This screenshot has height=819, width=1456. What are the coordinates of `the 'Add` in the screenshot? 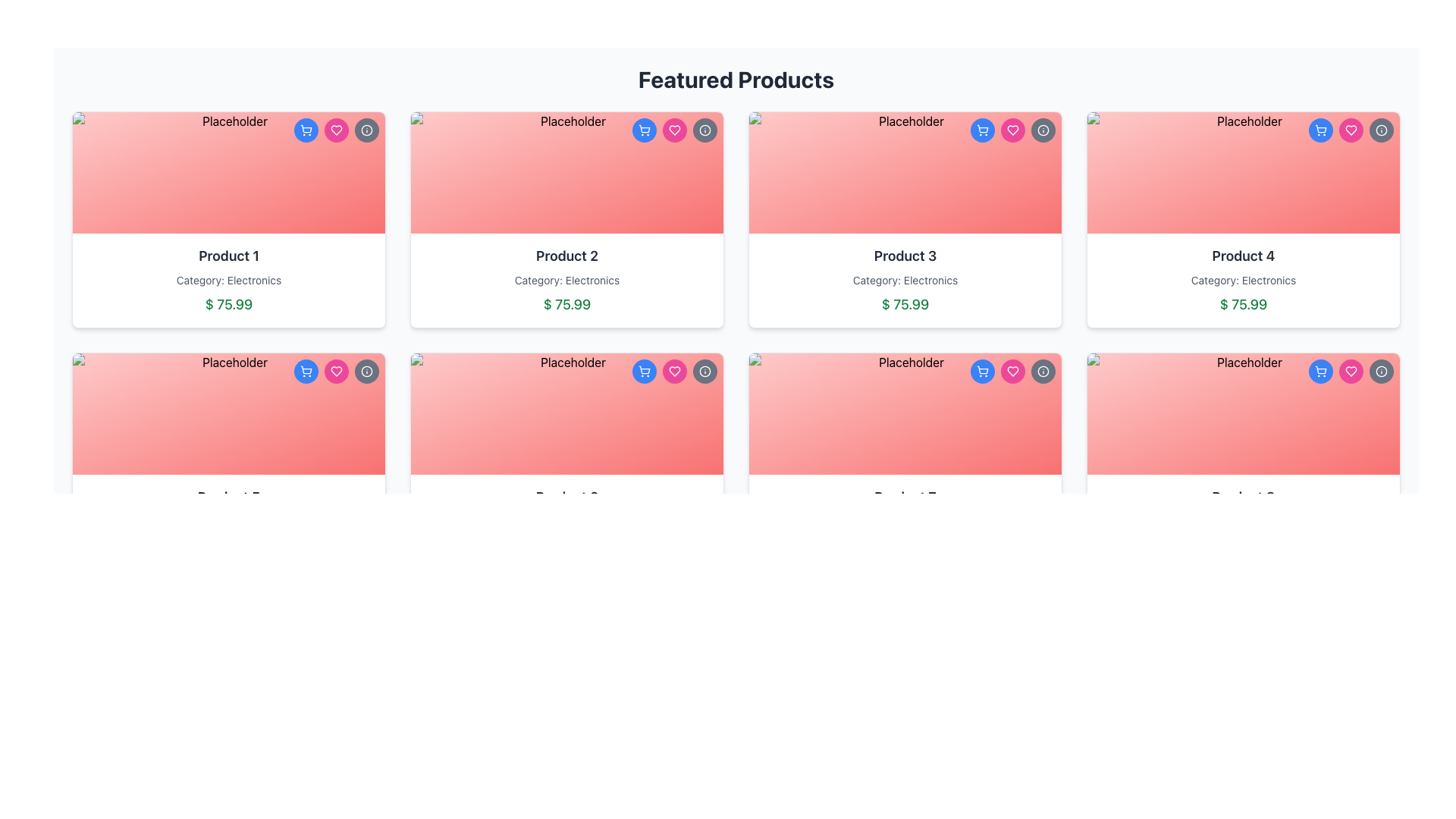 It's located at (1320, 130).